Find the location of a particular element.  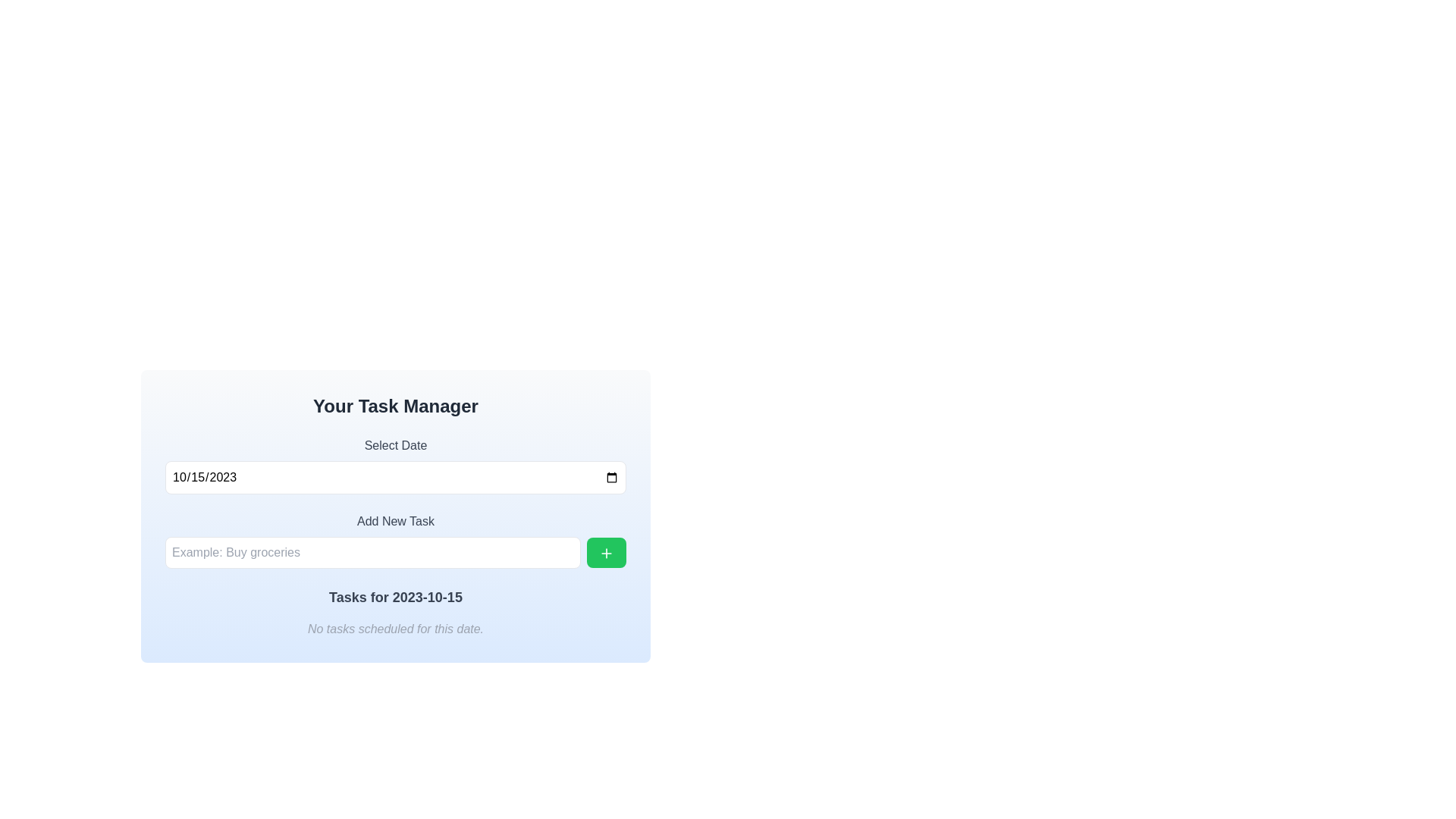

the green rectangular button with a white plus sign icon located to the right of the input field labeled 'Example: Buy groceries' in the 'Add New Task' section is located at coordinates (607, 553).